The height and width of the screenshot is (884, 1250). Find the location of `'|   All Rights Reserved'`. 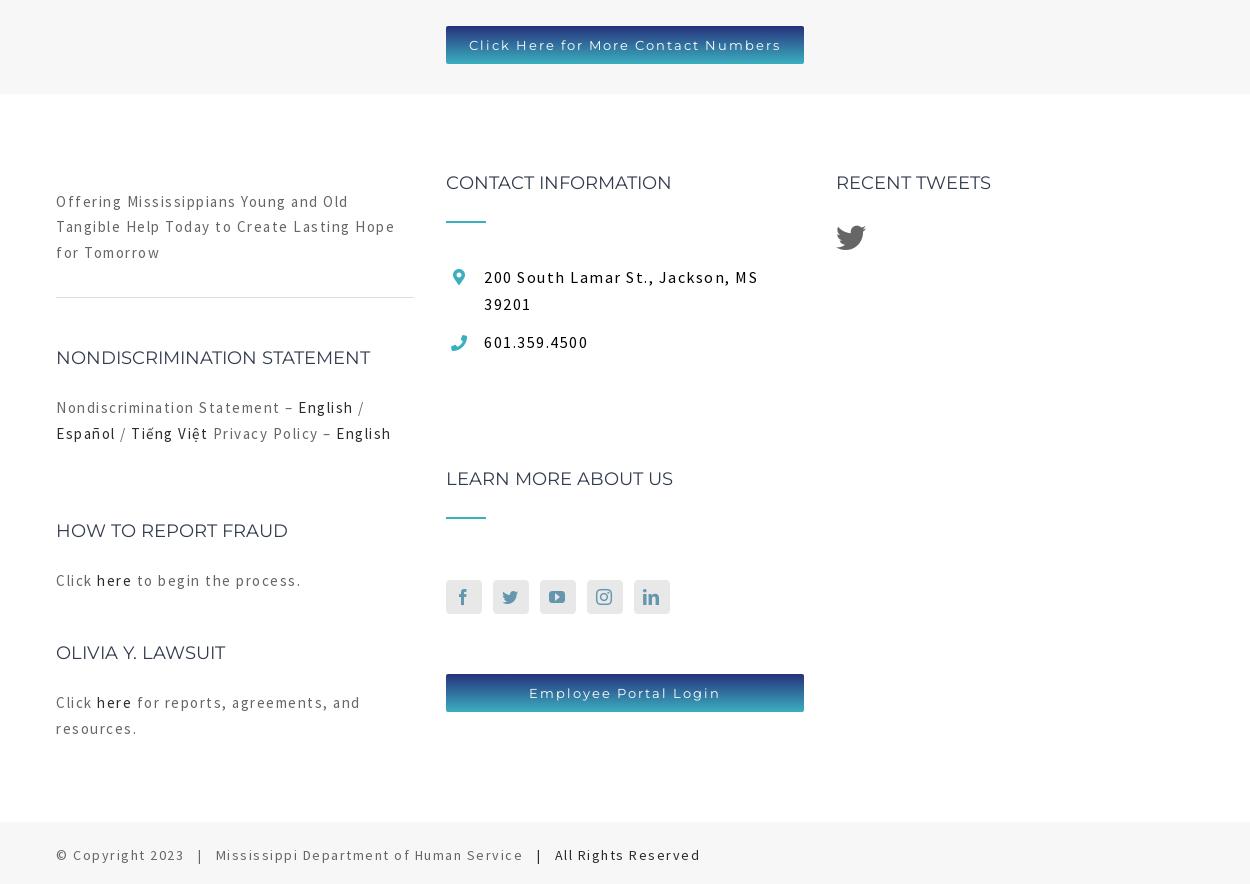

'|   All Rights Reserved' is located at coordinates (617, 853).